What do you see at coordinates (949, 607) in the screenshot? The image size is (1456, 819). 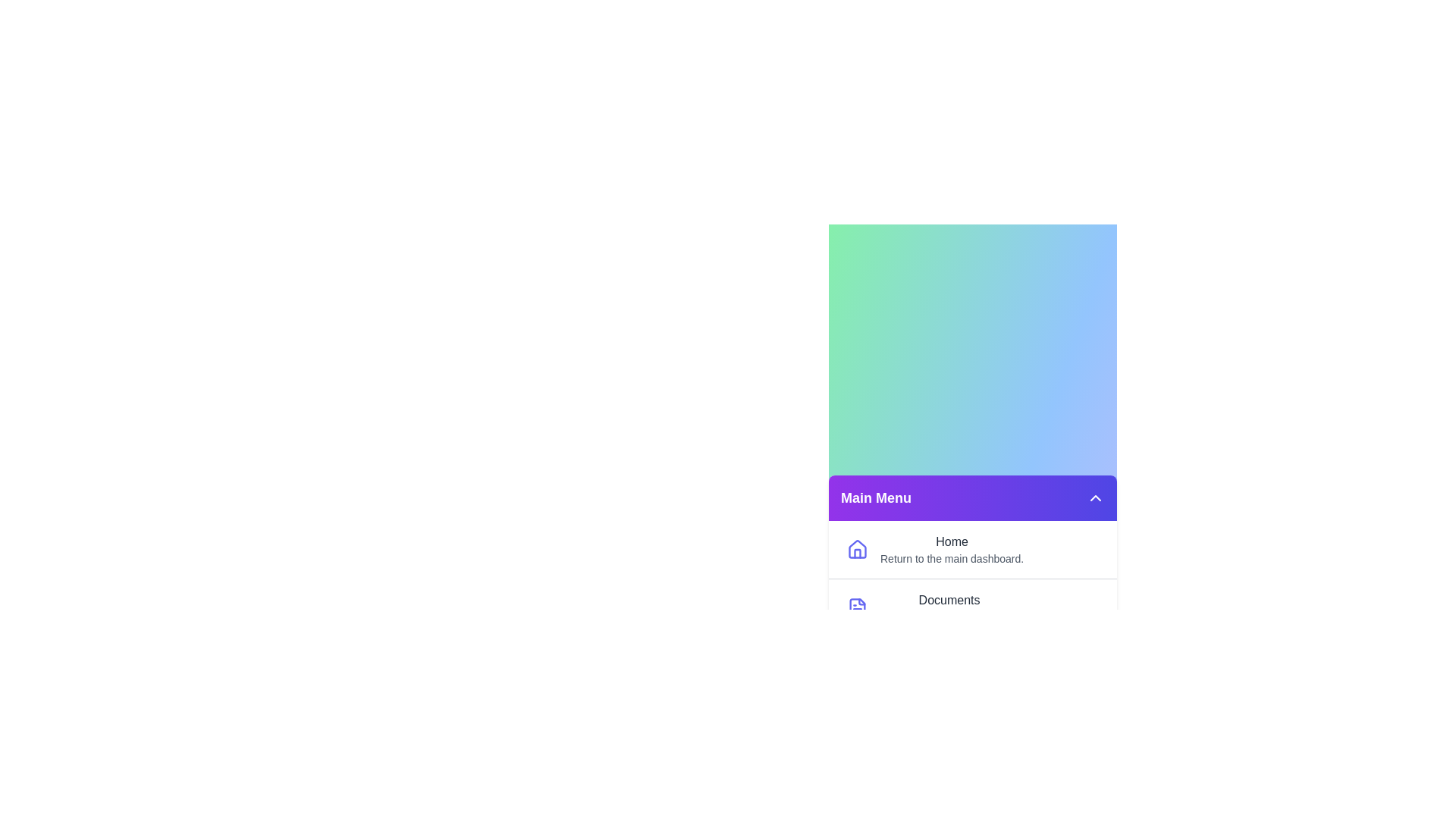 I see `the label Documents from the menu` at bounding box center [949, 607].